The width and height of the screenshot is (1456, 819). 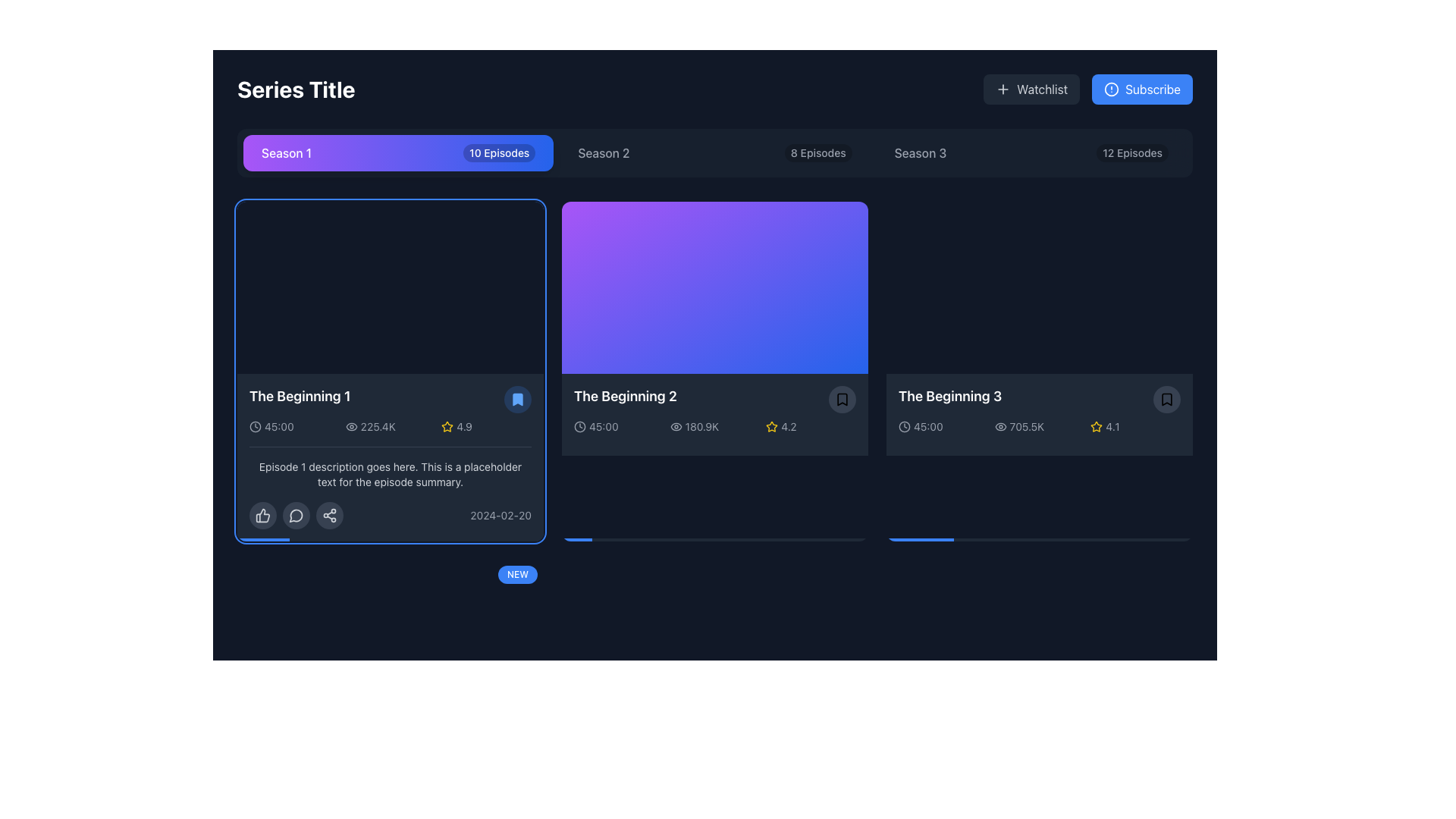 I want to click on the bookmark button located in the top-right corner of 'The Beginning 2' episode card, so click(x=841, y=399).